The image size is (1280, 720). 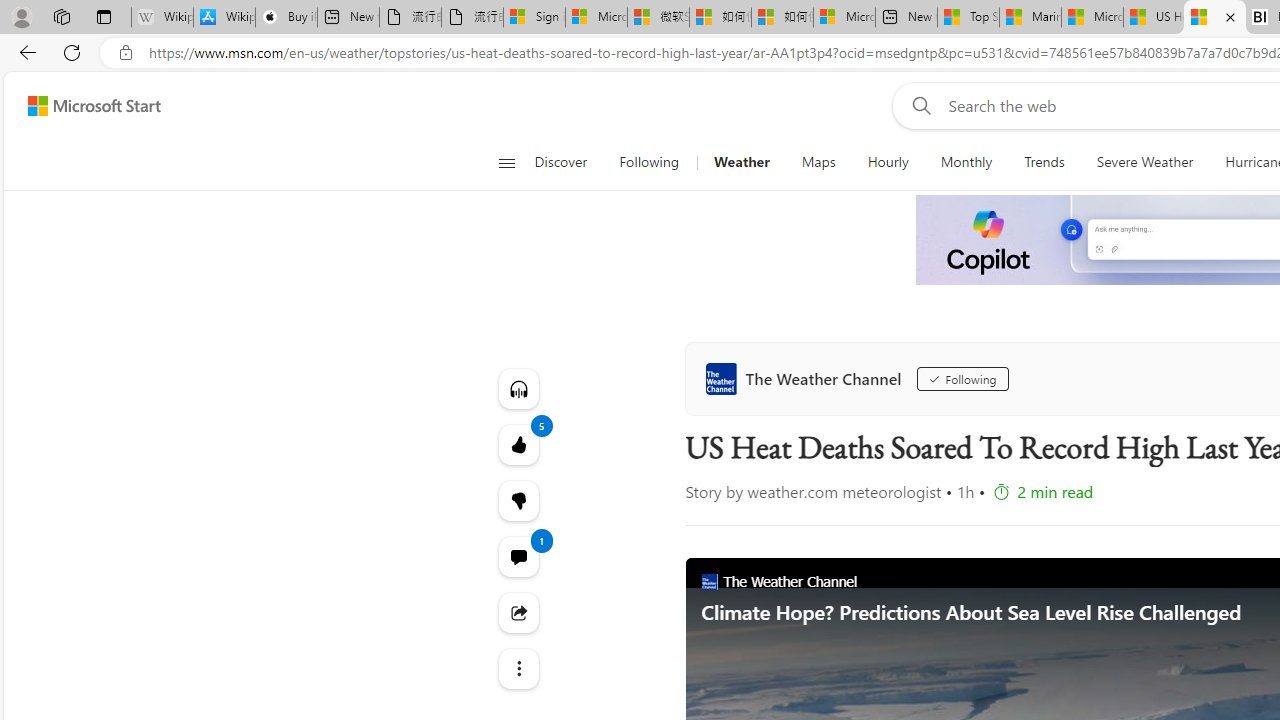 I want to click on 'Class: at-item', so click(x=518, y=668).